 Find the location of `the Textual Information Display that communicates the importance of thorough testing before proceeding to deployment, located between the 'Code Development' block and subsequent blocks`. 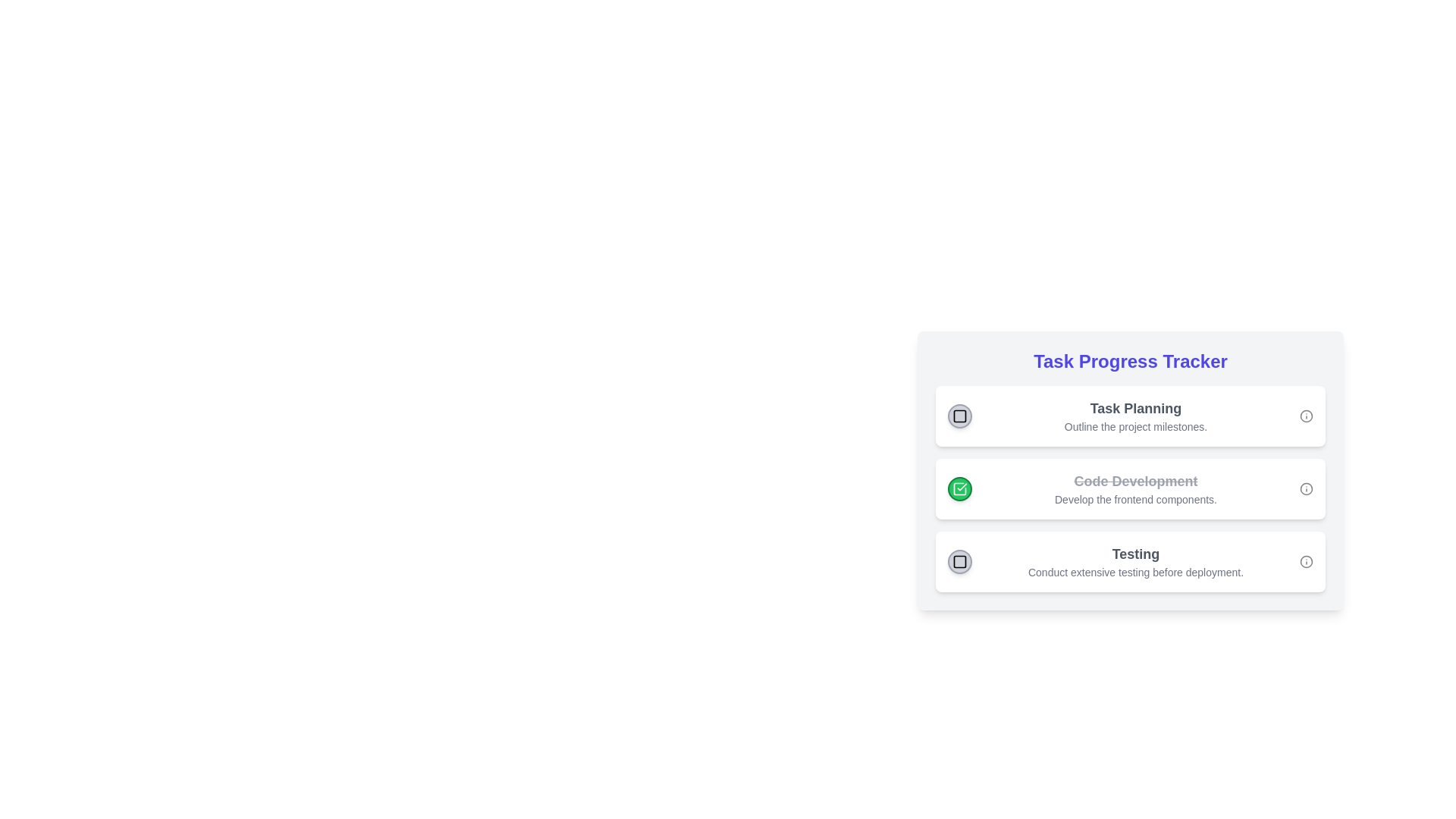

the Textual Information Display that communicates the importance of thorough testing before proceeding to deployment, located between the 'Code Development' block and subsequent blocks is located at coordinates (1135, 561).